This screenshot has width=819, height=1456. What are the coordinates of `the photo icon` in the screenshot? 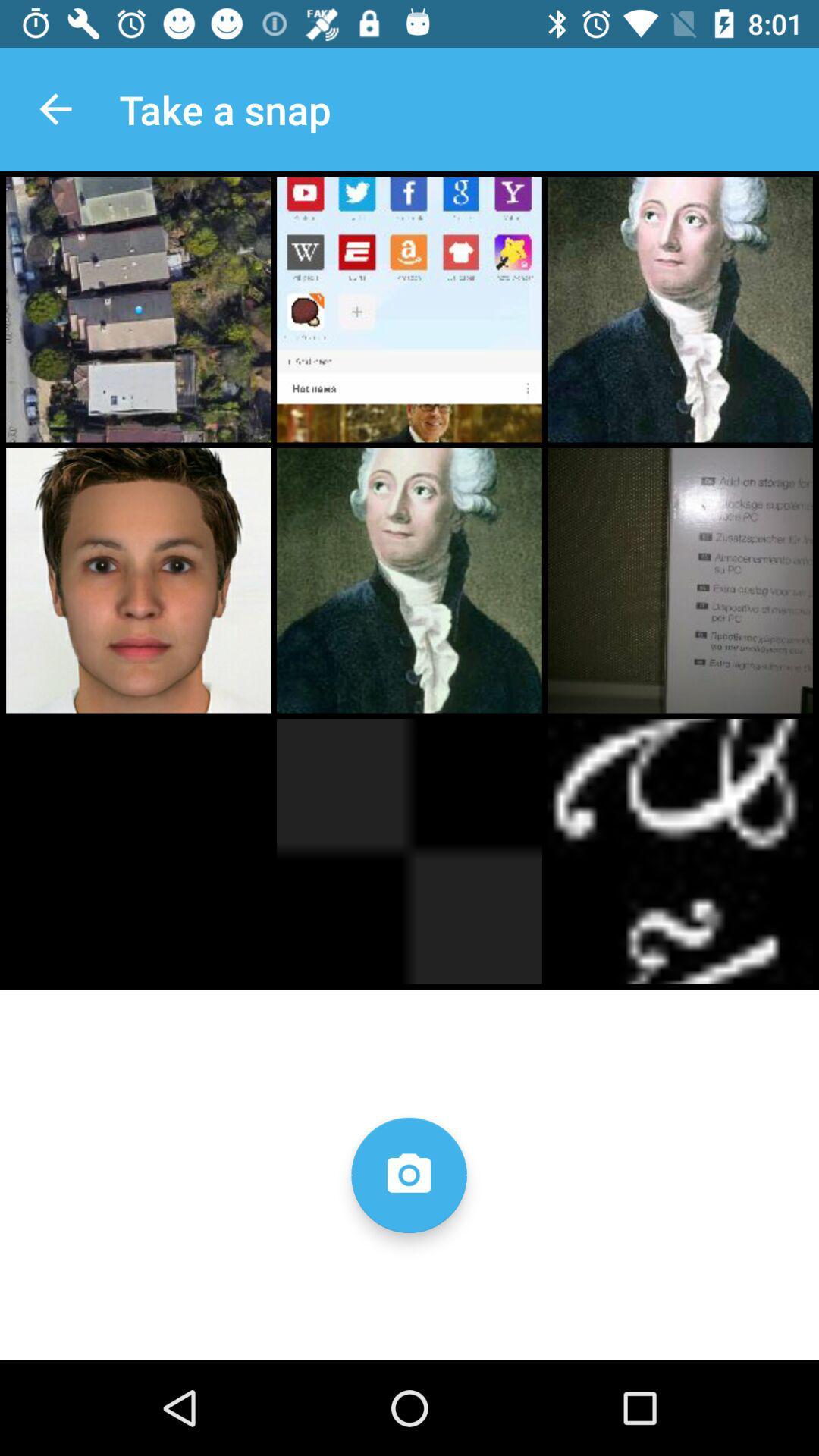 It's located at (408, 1174).